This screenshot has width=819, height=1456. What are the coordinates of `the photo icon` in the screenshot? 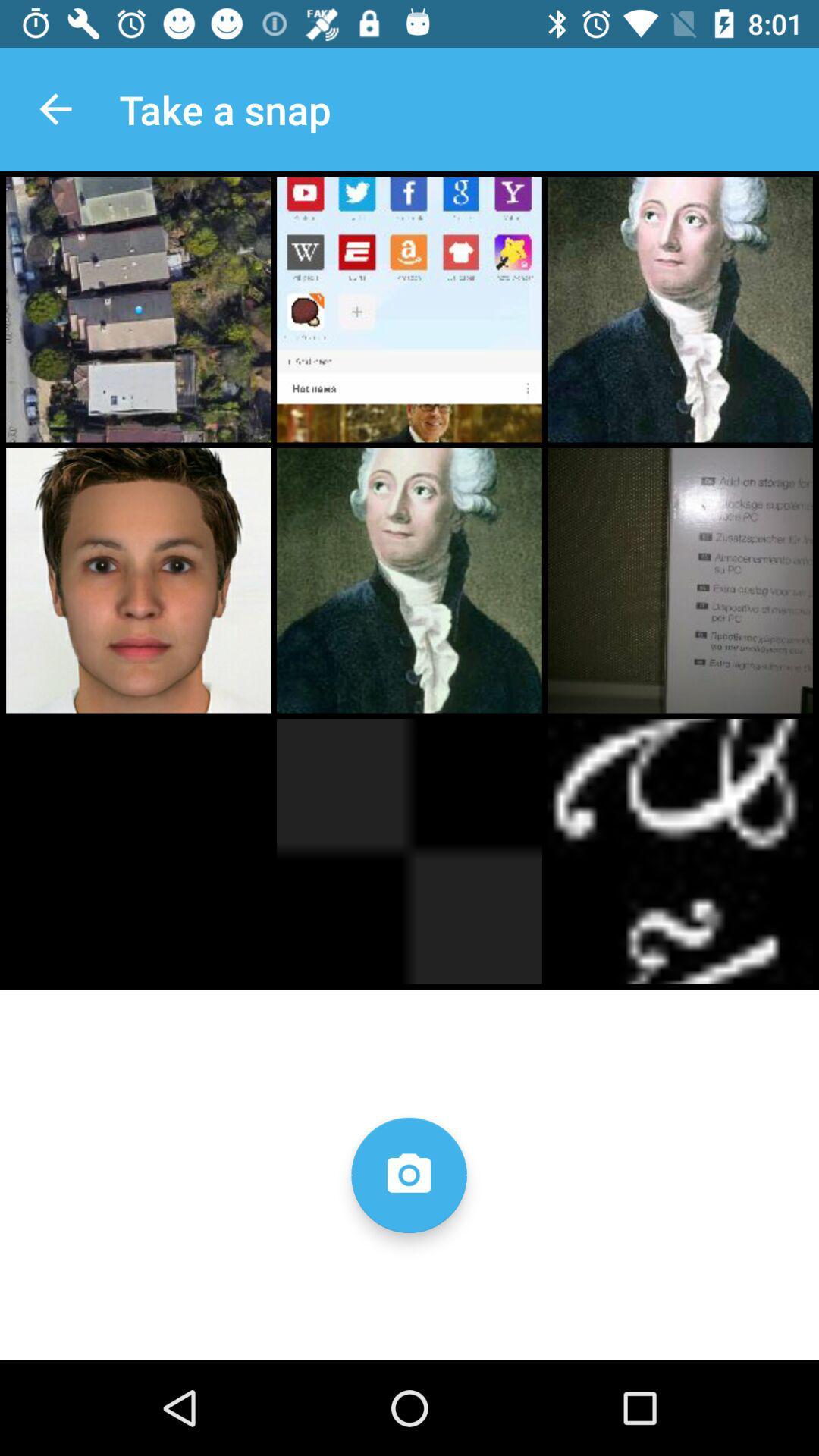 It's located at (408, 1174).